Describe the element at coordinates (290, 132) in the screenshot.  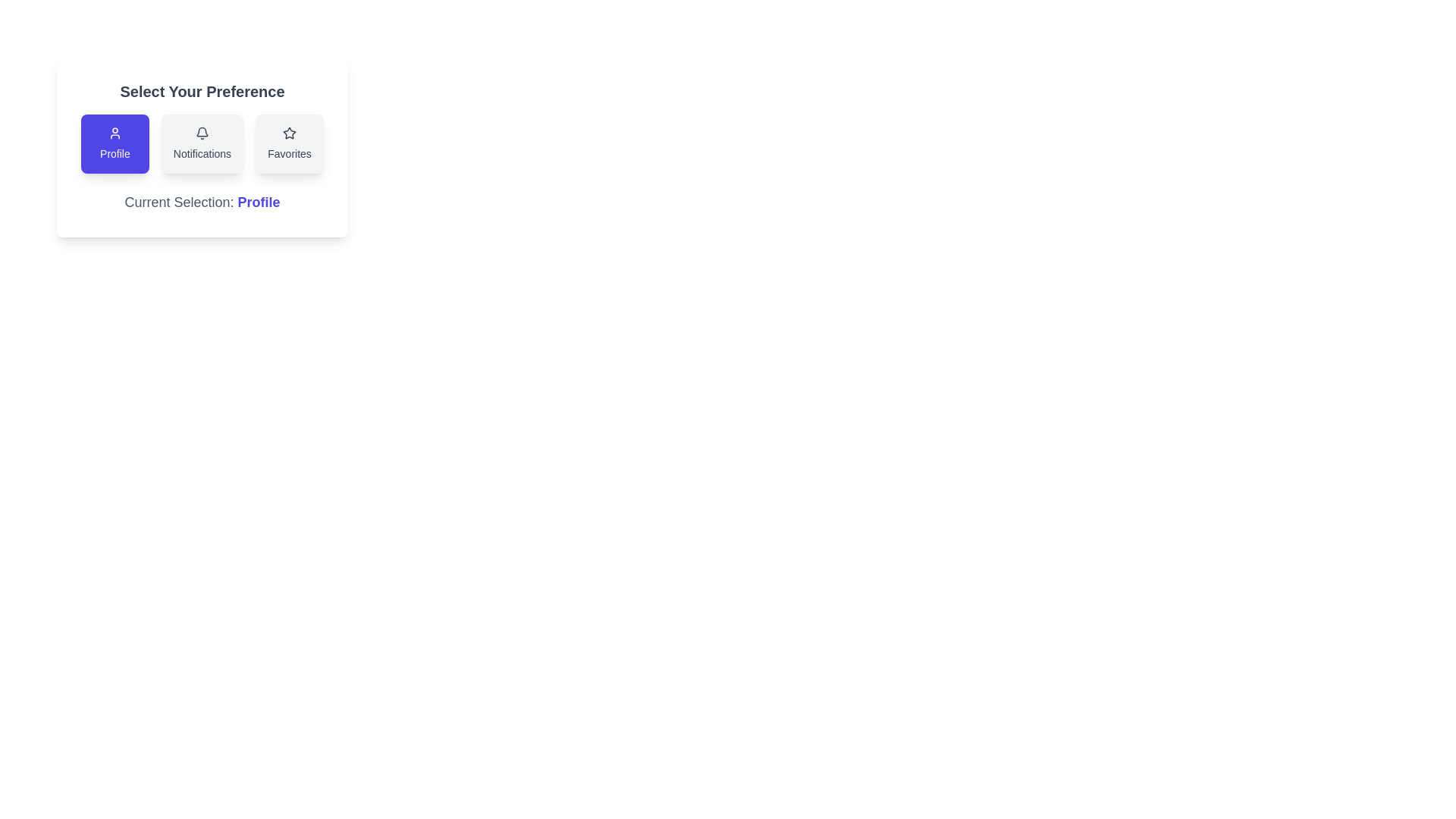
I see `the 'Favorites' icon in the preference selection interface` at that location.